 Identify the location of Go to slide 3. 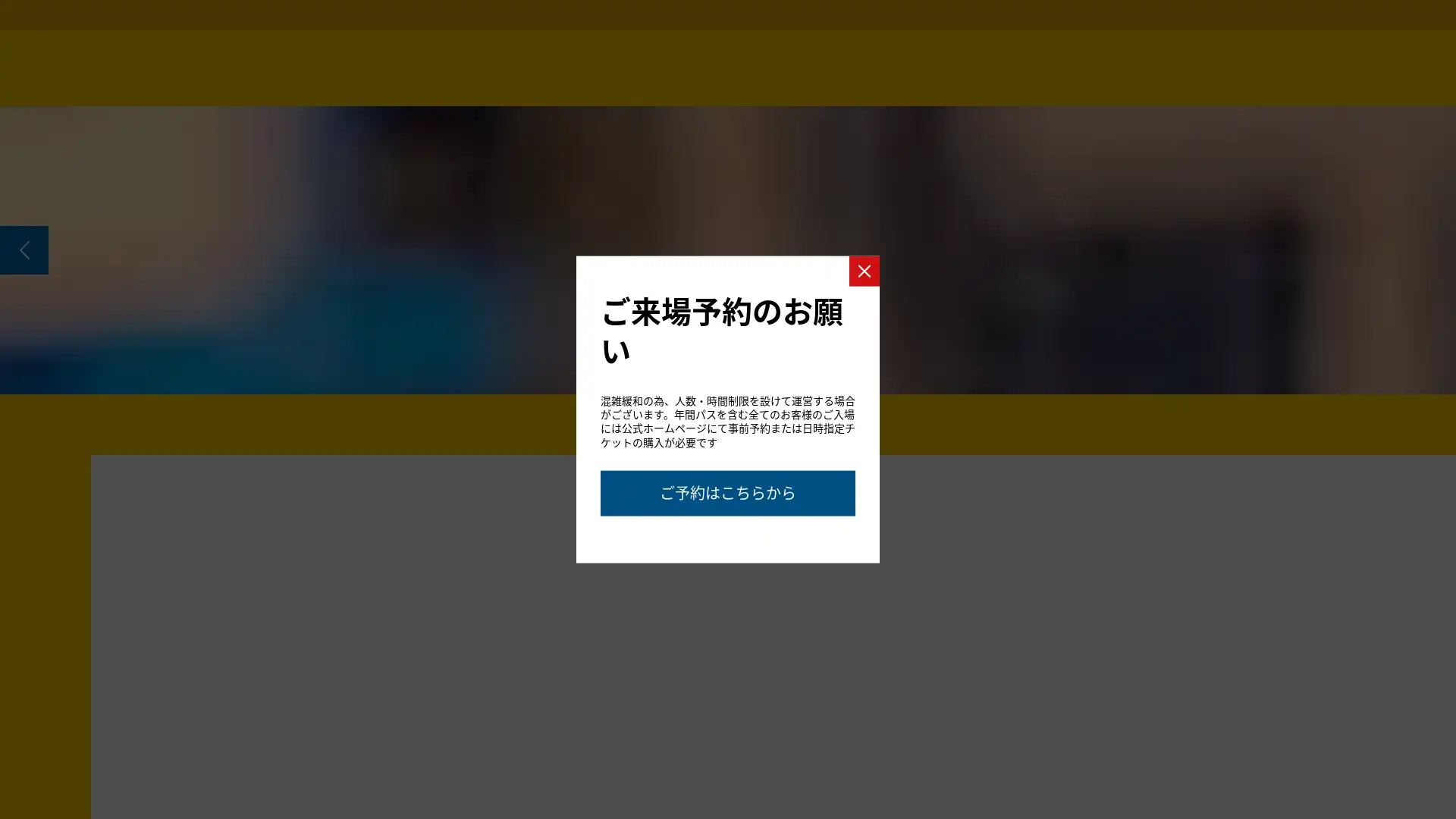
(745, 587).